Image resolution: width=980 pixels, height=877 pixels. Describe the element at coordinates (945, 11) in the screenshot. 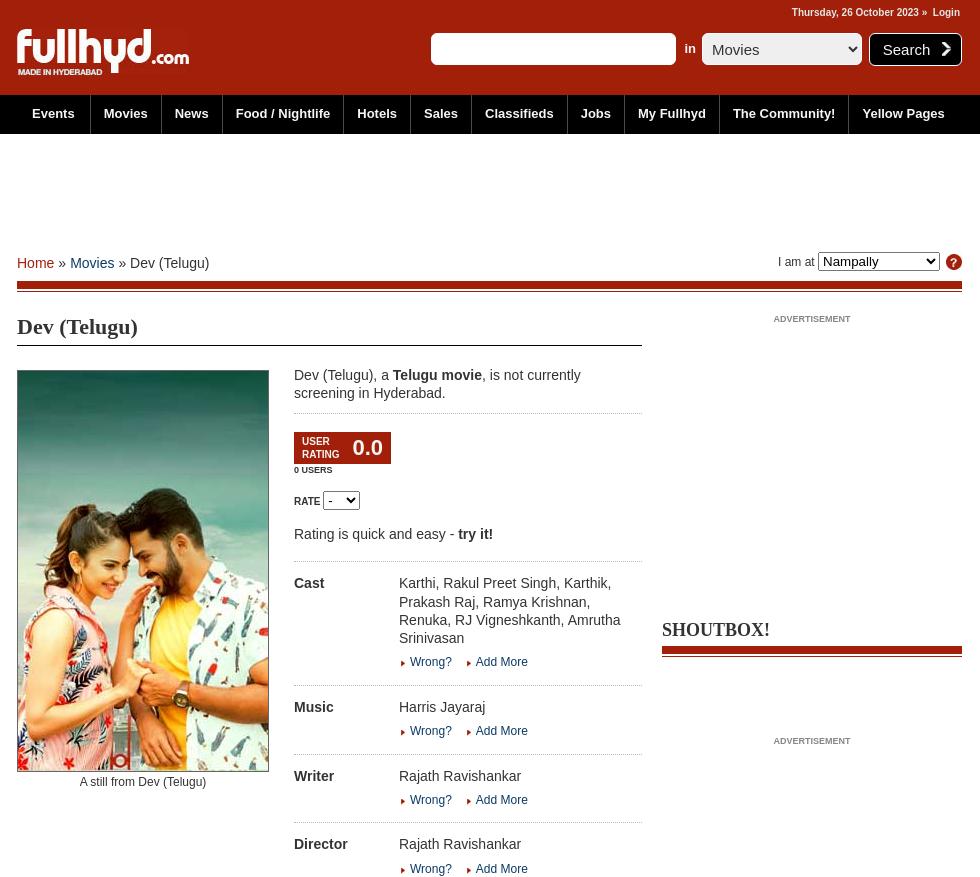

I see `'Login'` at that location.